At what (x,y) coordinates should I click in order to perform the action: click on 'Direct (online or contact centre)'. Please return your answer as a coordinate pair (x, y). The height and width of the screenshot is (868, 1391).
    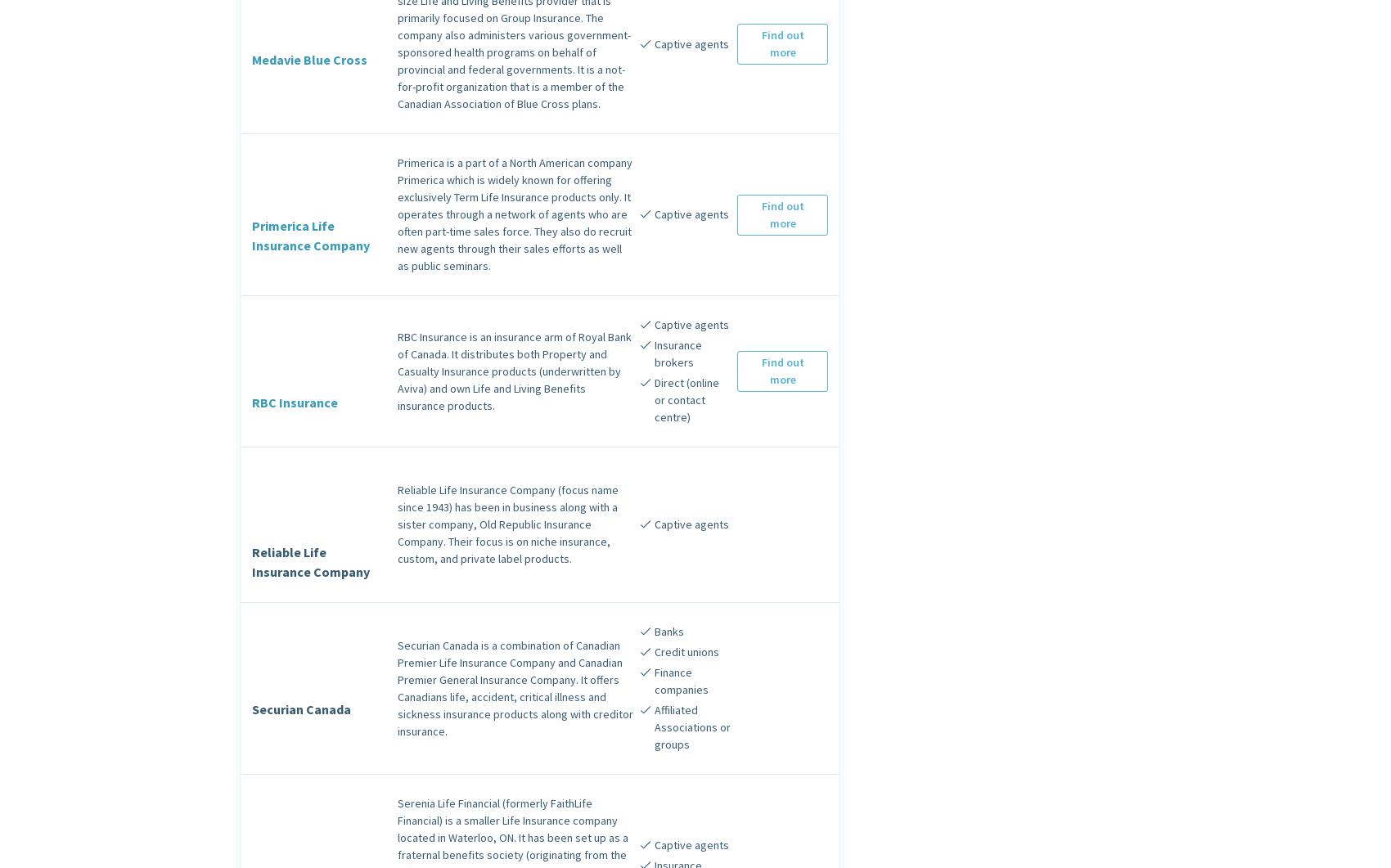
    Looking at the image, I should click on (685, 400).